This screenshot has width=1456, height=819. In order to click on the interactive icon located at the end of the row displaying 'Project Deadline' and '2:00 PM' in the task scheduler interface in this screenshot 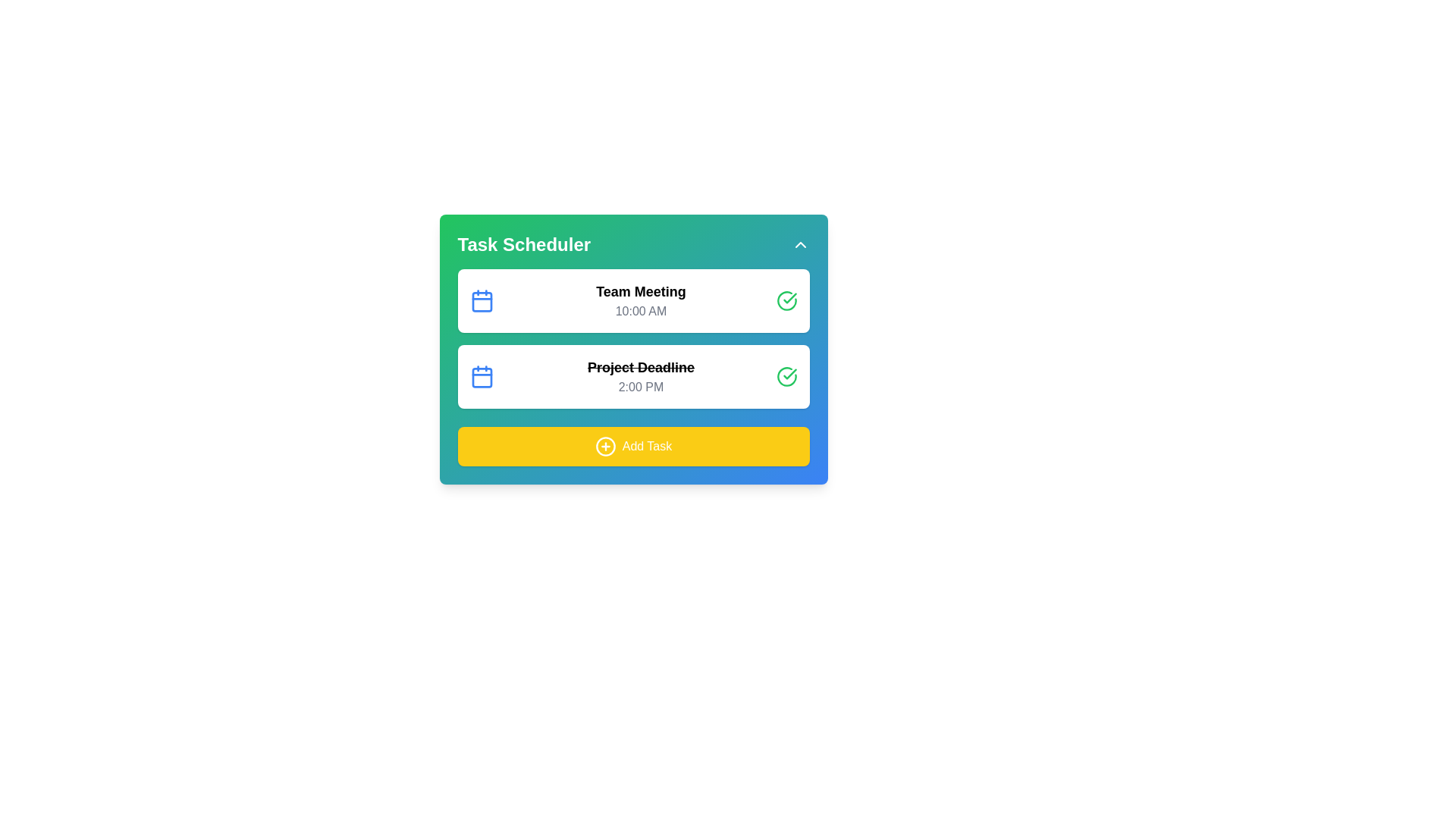, I will do `click(786, 376)`.